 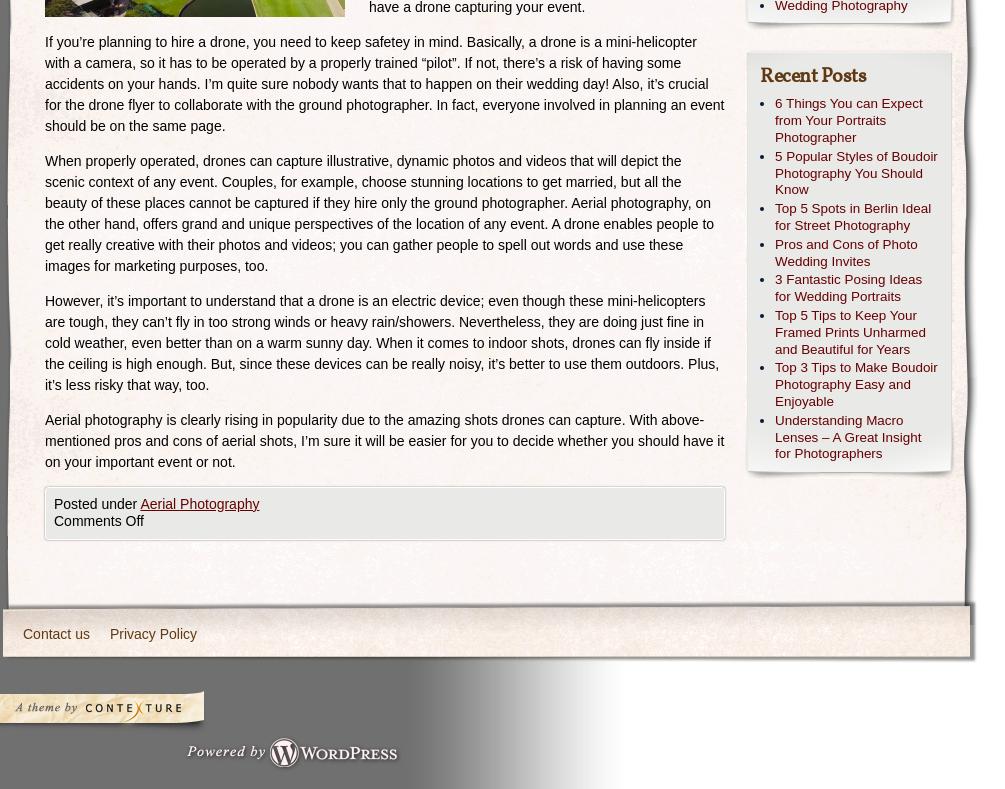 What do you see at coordinates (382, 341) in the screenshot?
I see `'However, it’s important to understand that a drone is an electric device; even though these mini-helicopters are tough, they can’t fly in too strong winds or heavy rain/showers. Nevertheless, they are doing just fine in cold weather, even better than on a warm sunny day. When it comes to indoor shots, drones can fly inside if the ceiling is high enough. But, since these devices can be really noisy, it’s better to use them outdoors. Plus, it’s less risky that way, too.'` at bounding box center [382, 341].